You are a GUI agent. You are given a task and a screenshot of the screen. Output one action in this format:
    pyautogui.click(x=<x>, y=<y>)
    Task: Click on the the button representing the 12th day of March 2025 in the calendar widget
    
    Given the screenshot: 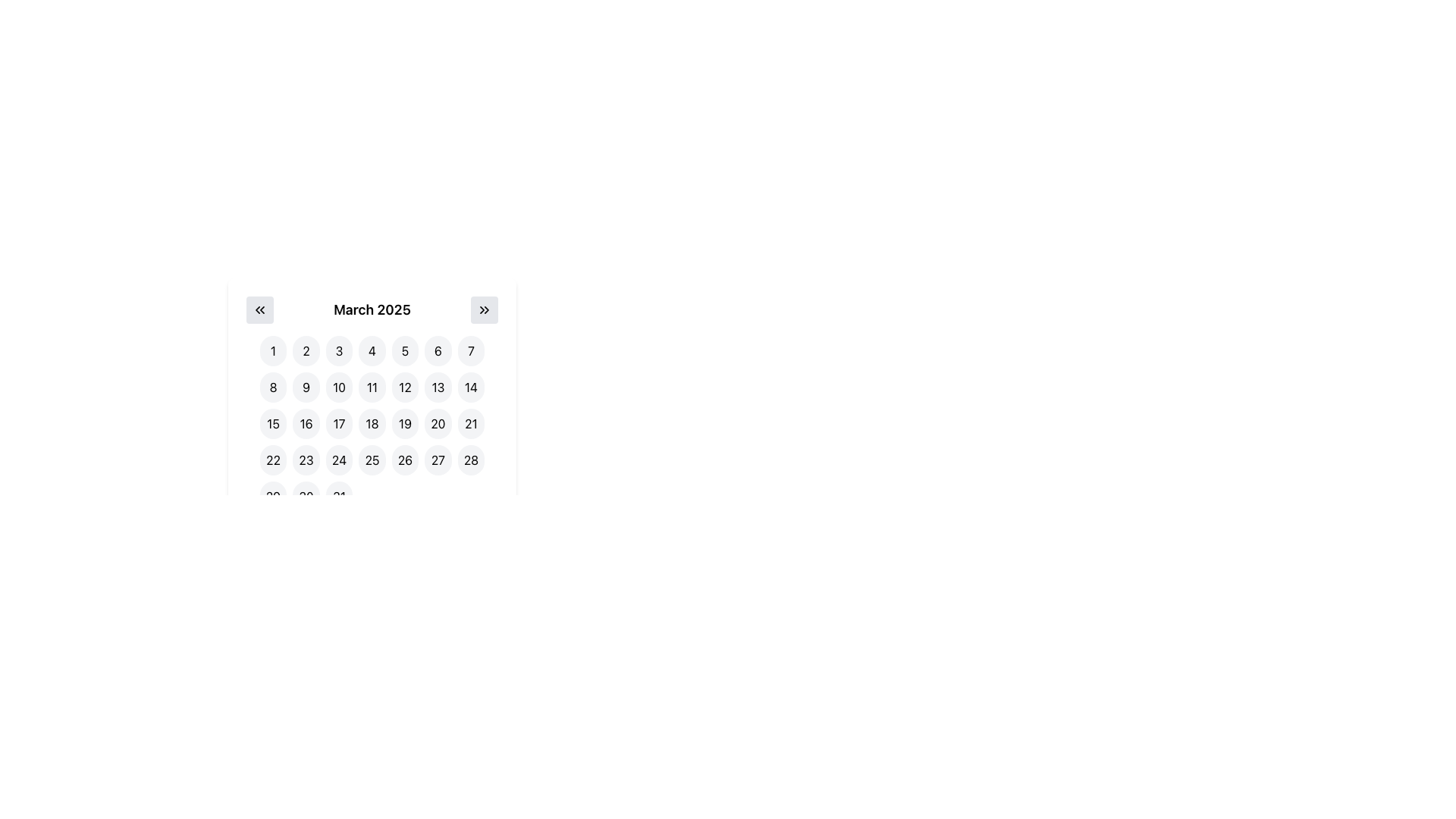 What is the action you would take?
    pyautogui.click(x=405, y=386)
    